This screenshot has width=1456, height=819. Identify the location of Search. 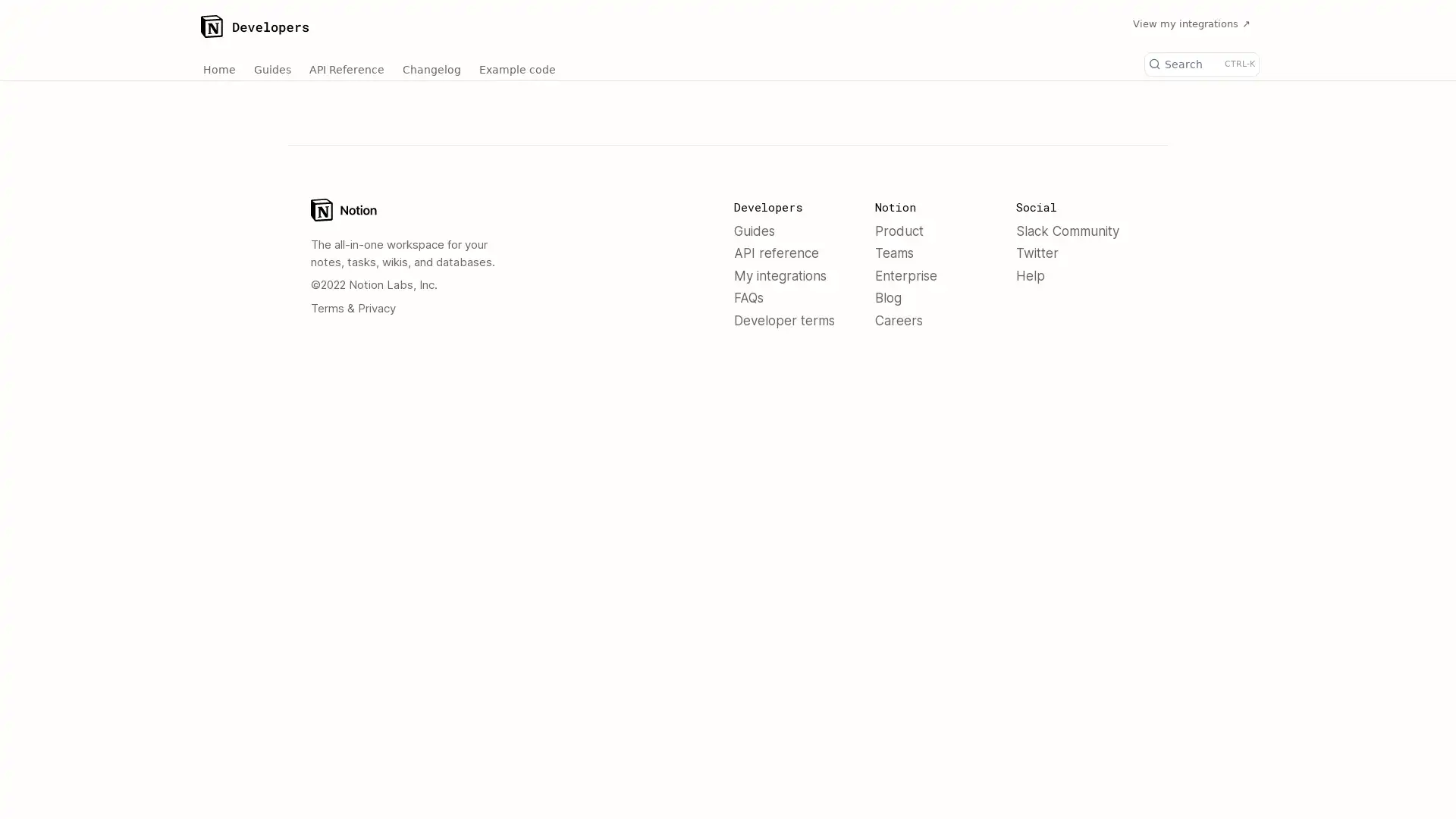
(1200, 63).